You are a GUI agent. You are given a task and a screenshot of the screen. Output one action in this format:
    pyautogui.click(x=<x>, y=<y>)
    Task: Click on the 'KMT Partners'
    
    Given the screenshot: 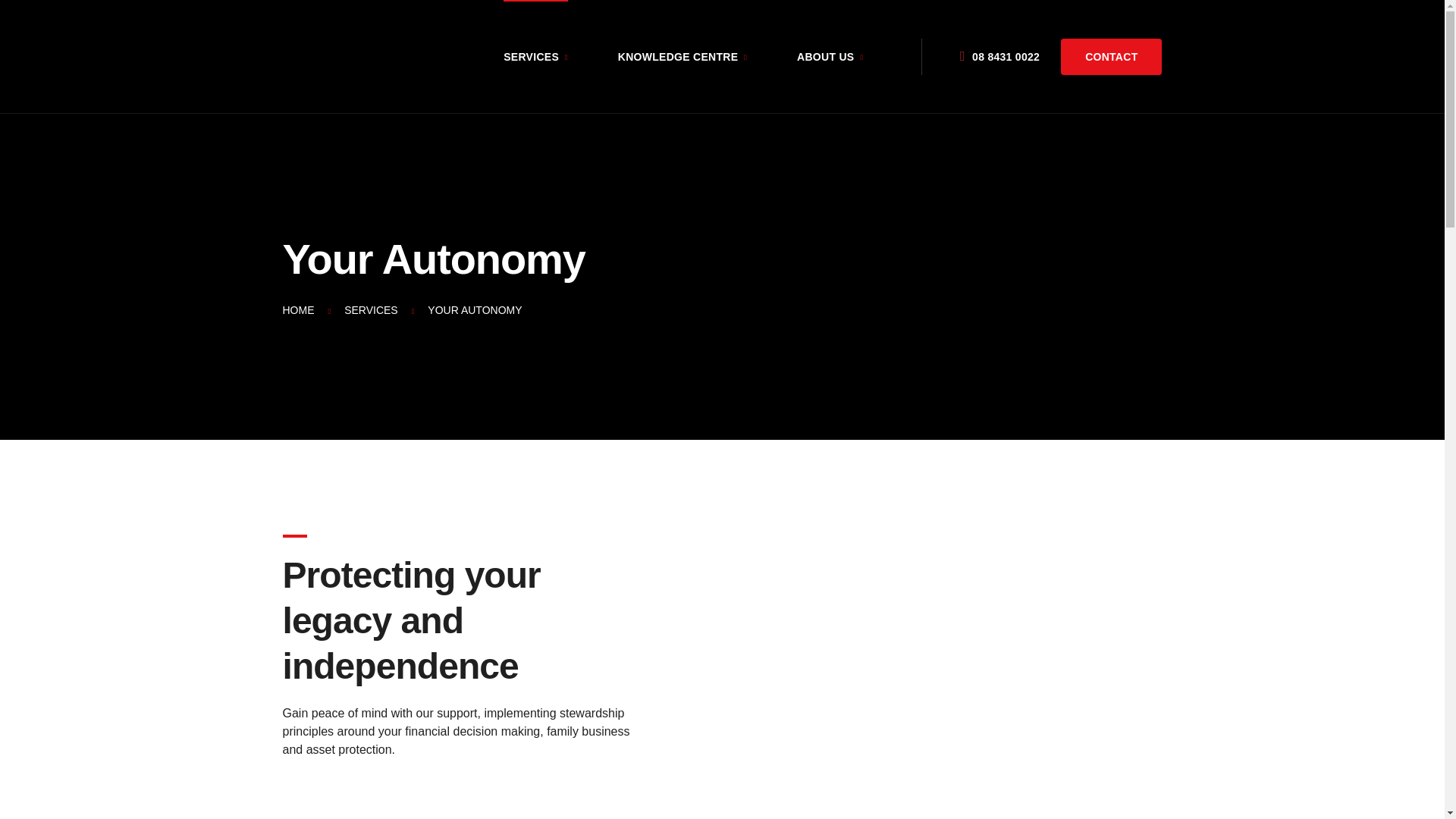 What is the action you would take?
    pyautogui.click(x=319, y=55)
    